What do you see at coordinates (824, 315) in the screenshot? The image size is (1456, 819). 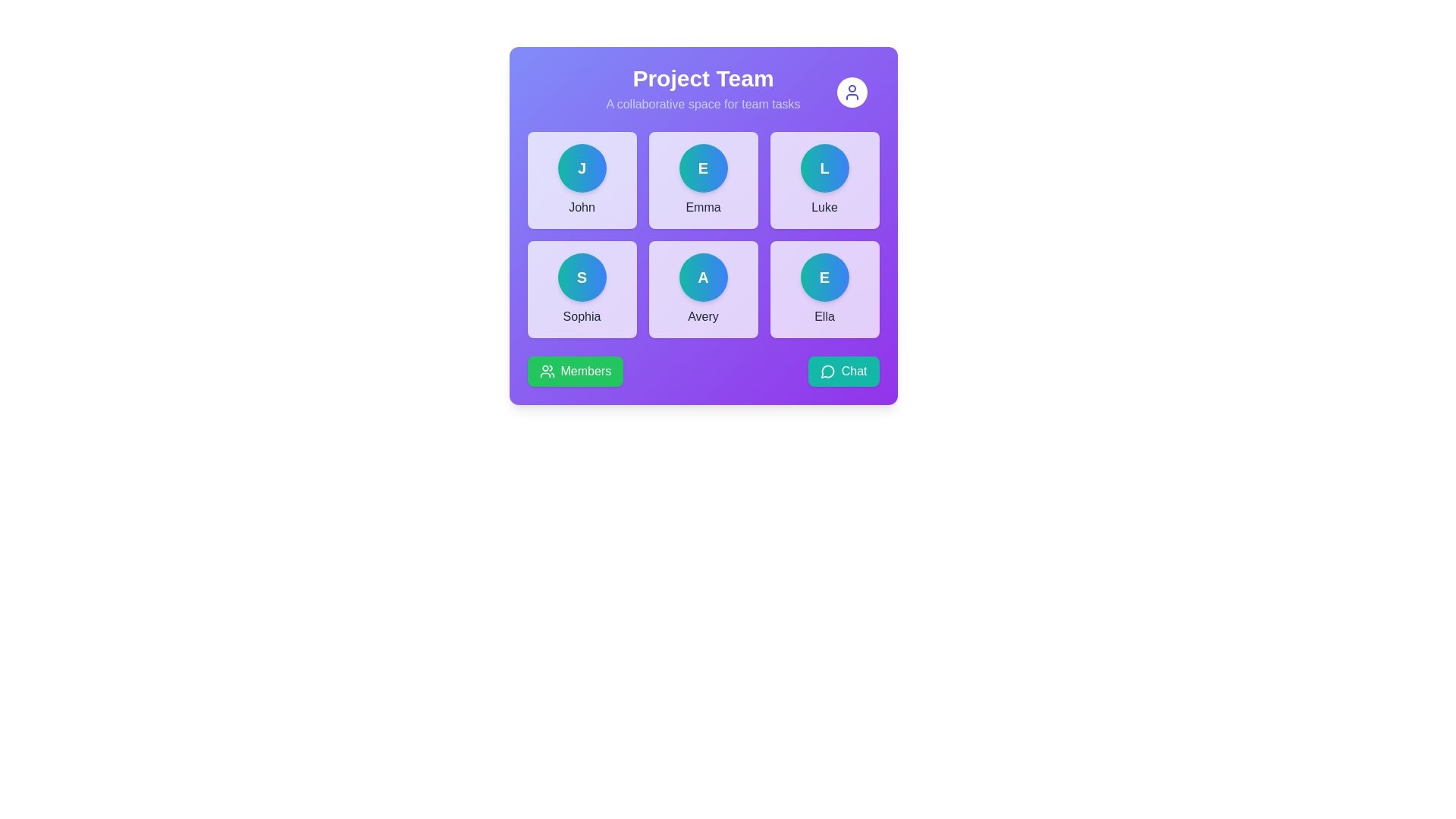 I see `the Text Label displaying 'Ella', which is a medium-sized bold dark gray text located in the bottom right section of a team card layout, beneath the rounded avatar with the initial 'E'` at bounding box center [824, 315].